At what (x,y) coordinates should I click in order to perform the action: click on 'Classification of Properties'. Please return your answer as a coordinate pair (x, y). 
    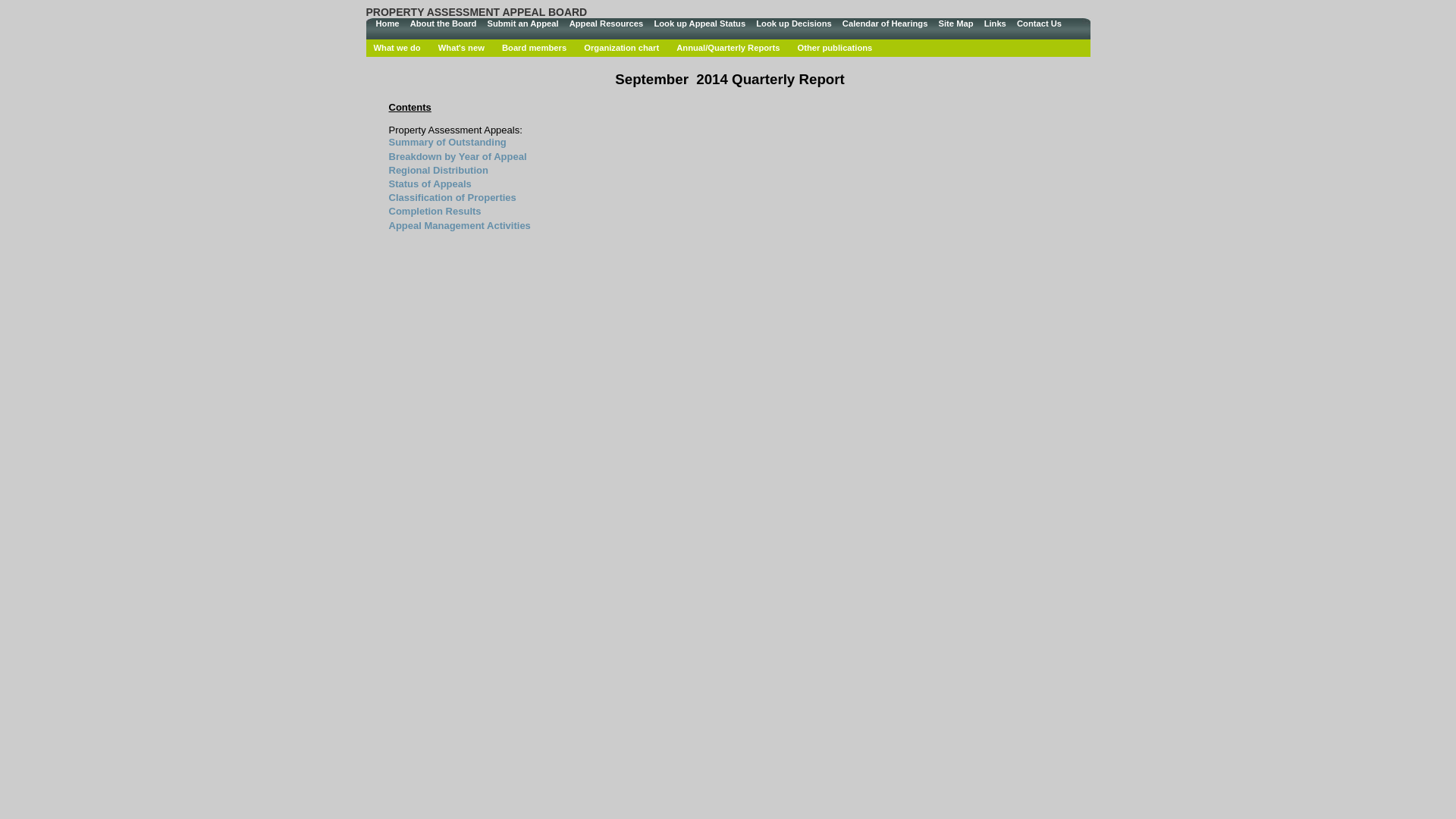
    Looking at the image, I should click on (450, 196).